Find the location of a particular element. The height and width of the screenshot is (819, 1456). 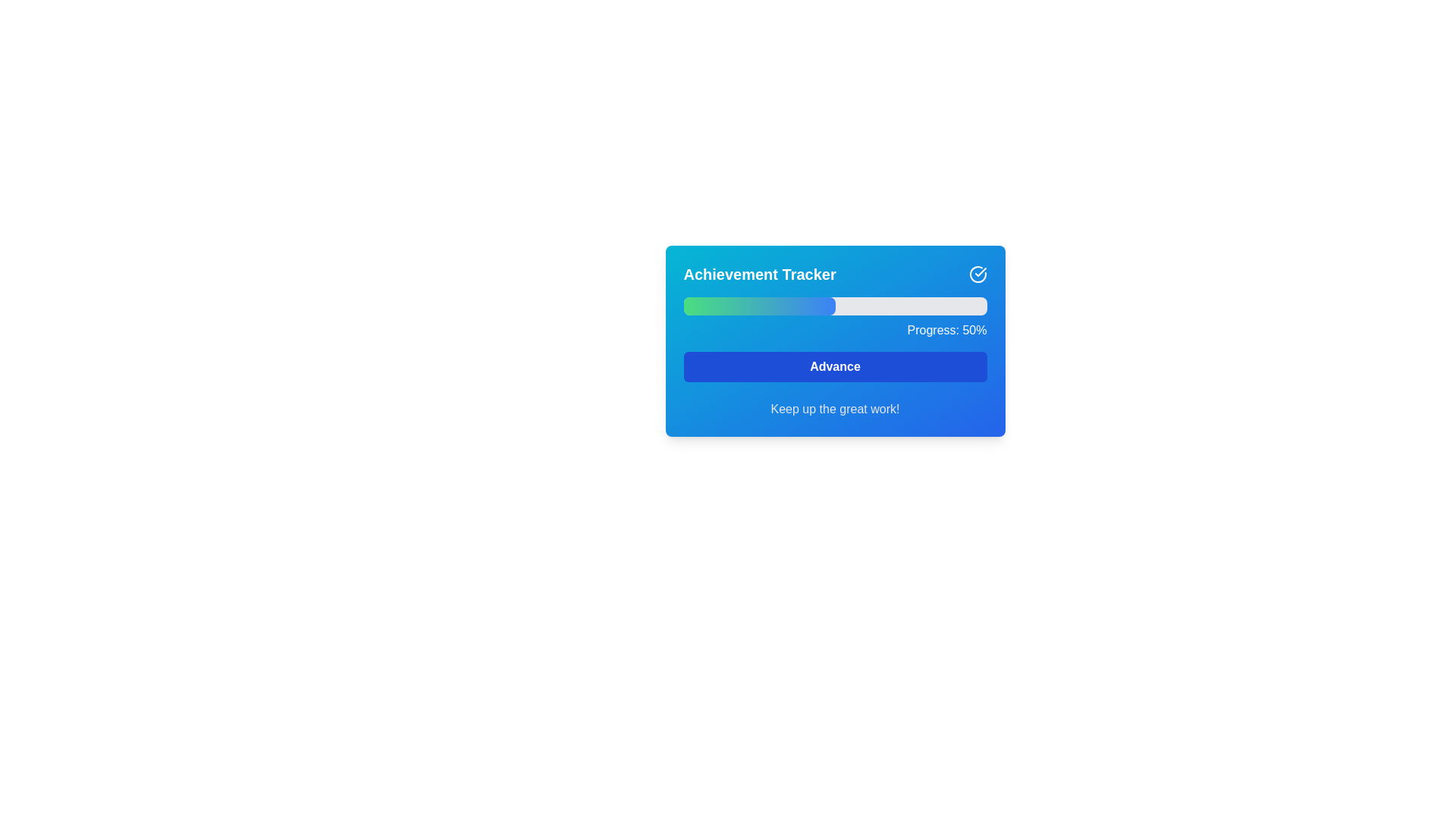

circular checkmark icon located in the top-right corner of the 'Achievement Tracker' card is located at coordinates (977, 275).